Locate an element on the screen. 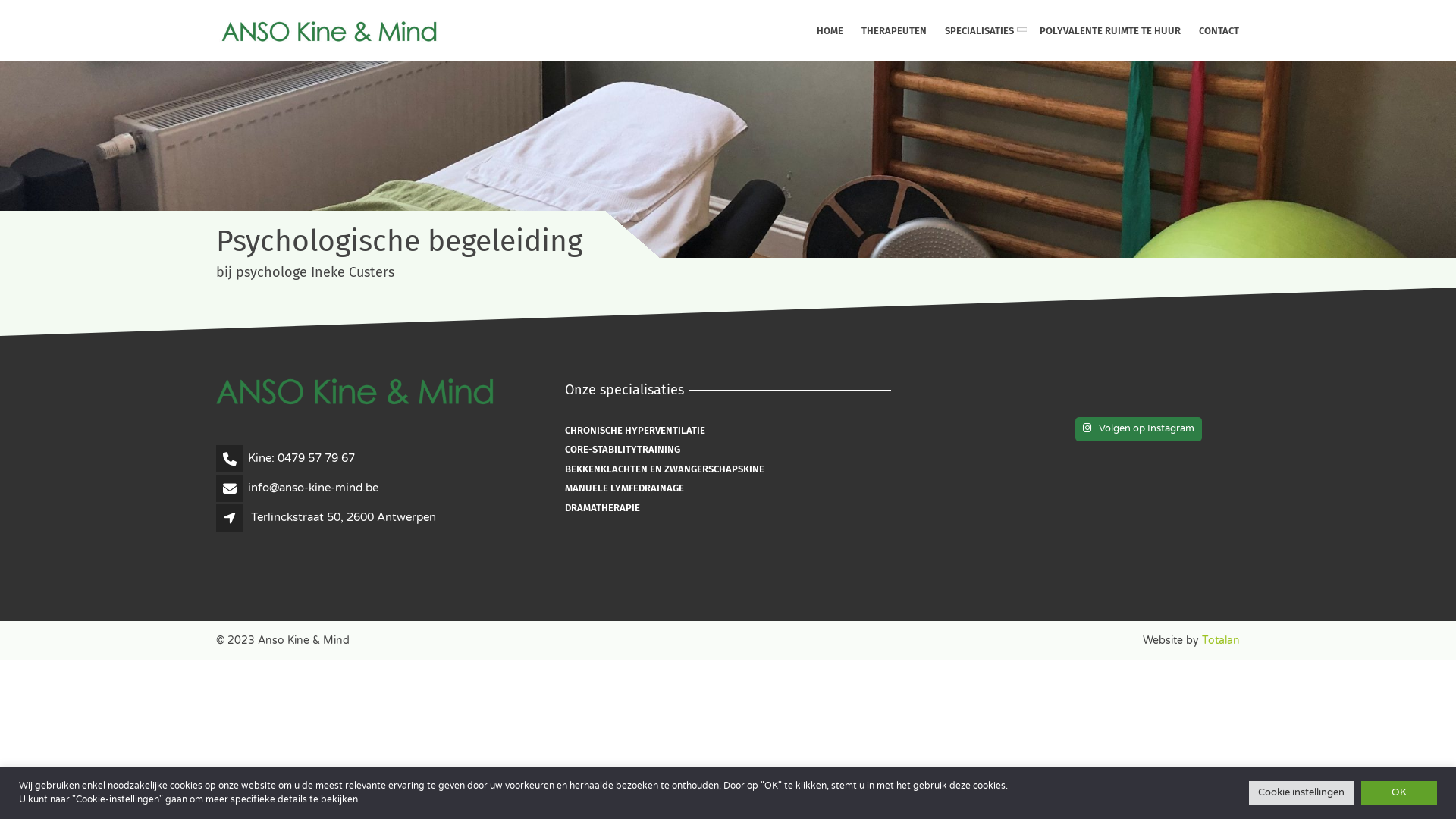 This screenshot has width=1456, height=819. 'Volgen op Instagram' is located at coordinates (1138, 429).